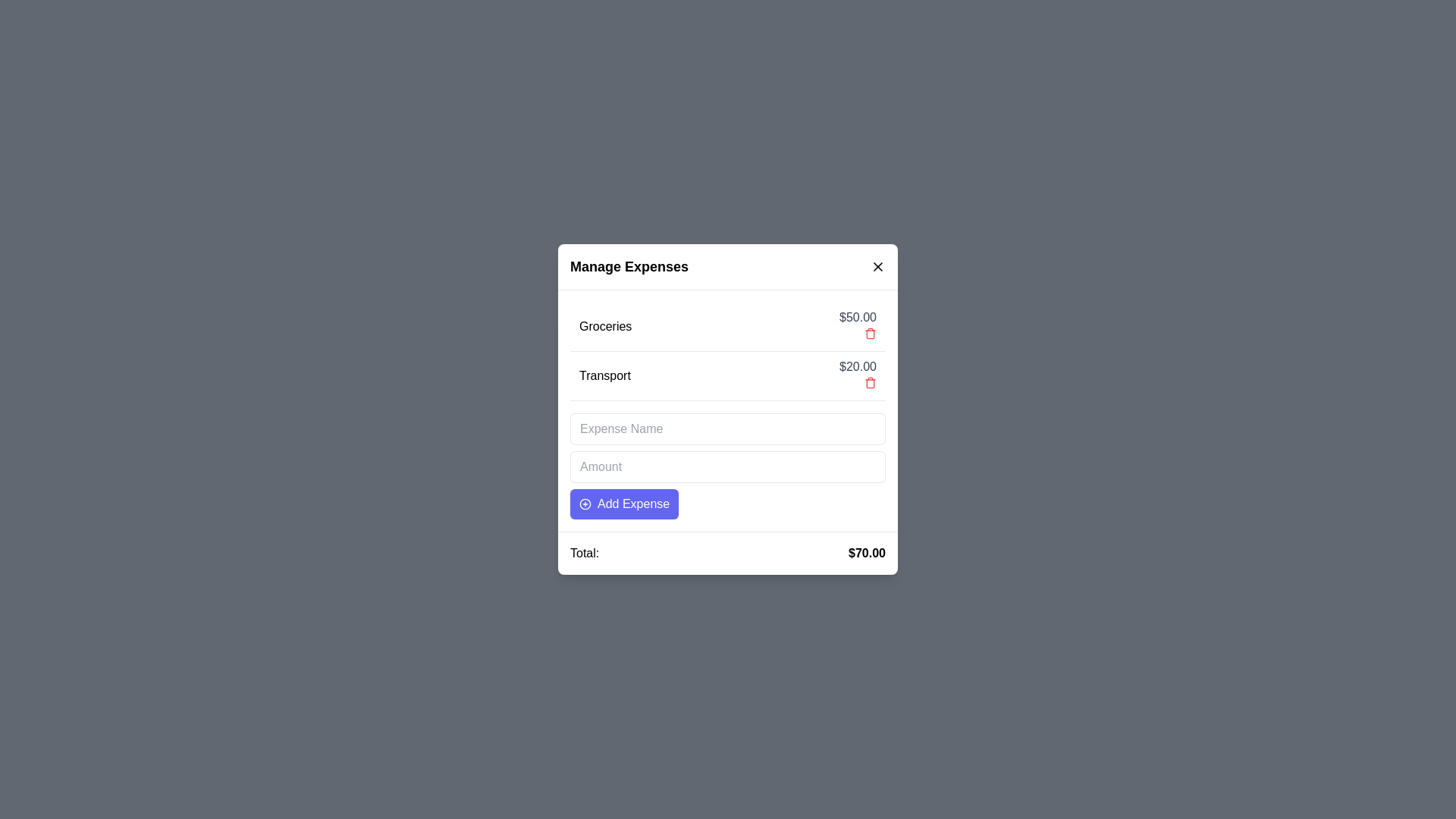  Describe the element at coordinates (584, 553) in the screenshot. I see `the text label displaying 'Total:' located on the left side of the interface, positioned at the bottom section of the layout` at that location.